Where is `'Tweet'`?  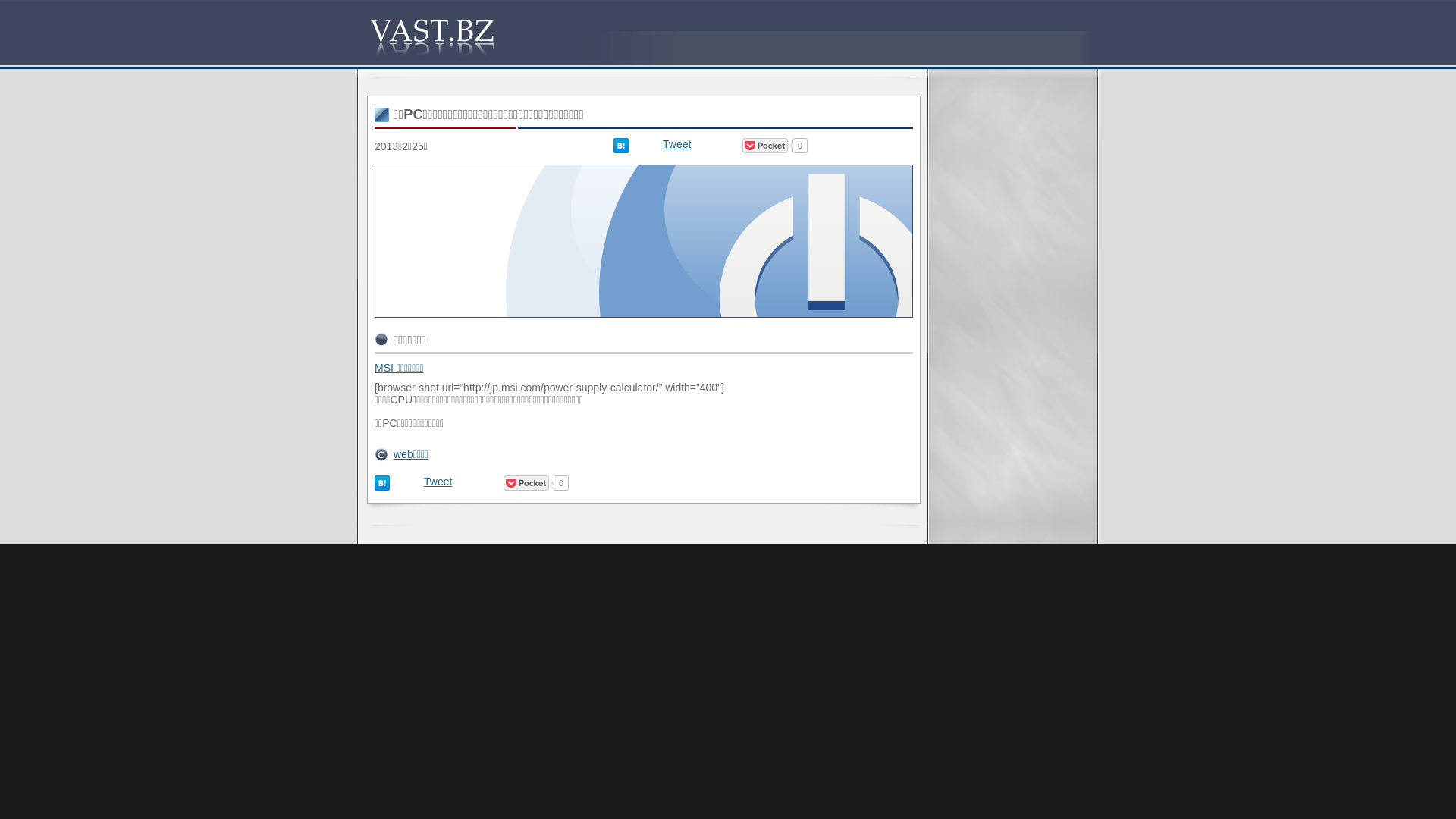 'Tweet' is located at coordinates (662, 143).